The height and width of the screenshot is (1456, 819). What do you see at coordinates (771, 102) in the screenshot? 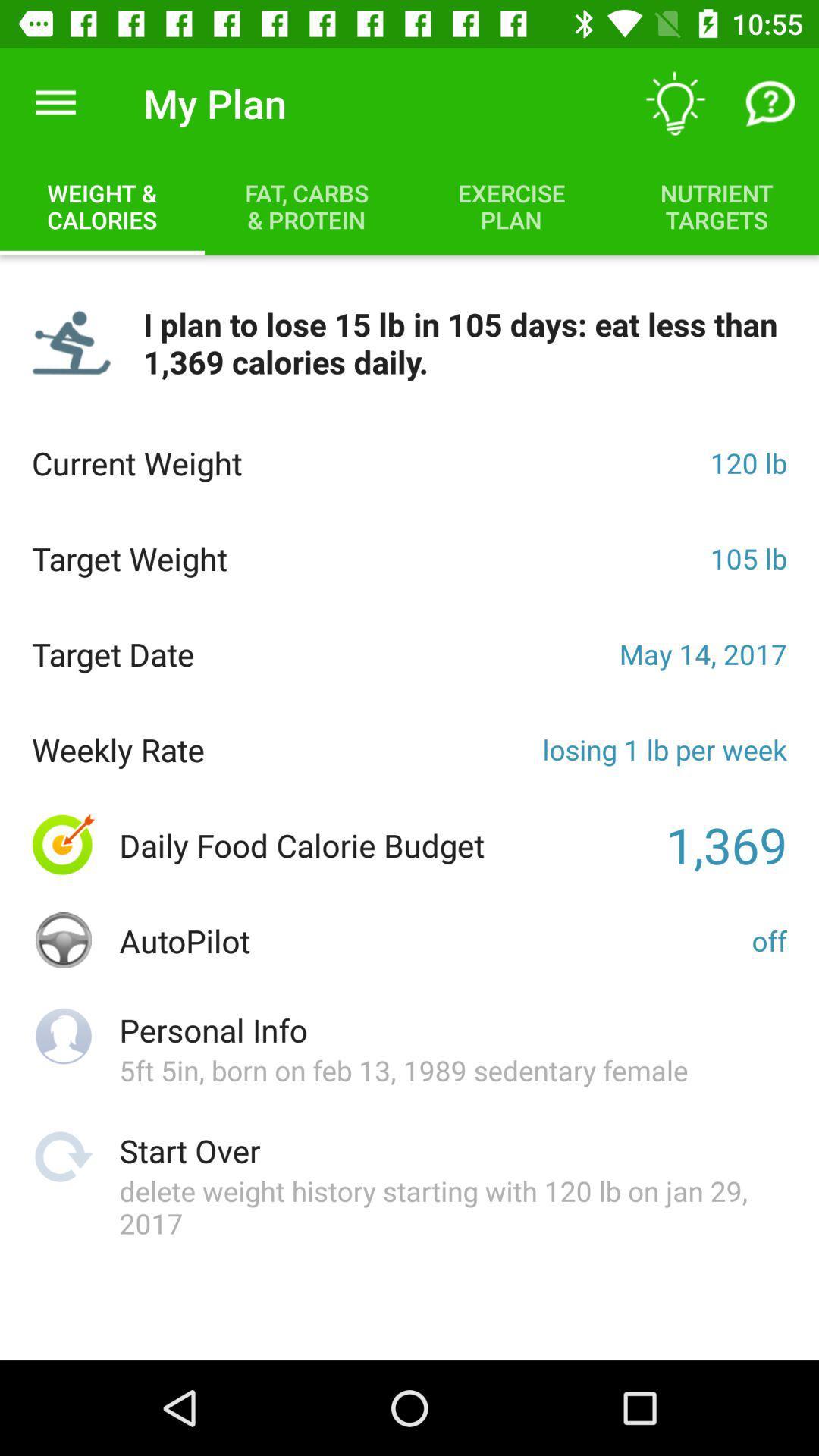
I see `the item above the nutrient` at bounding box center [771, 102].